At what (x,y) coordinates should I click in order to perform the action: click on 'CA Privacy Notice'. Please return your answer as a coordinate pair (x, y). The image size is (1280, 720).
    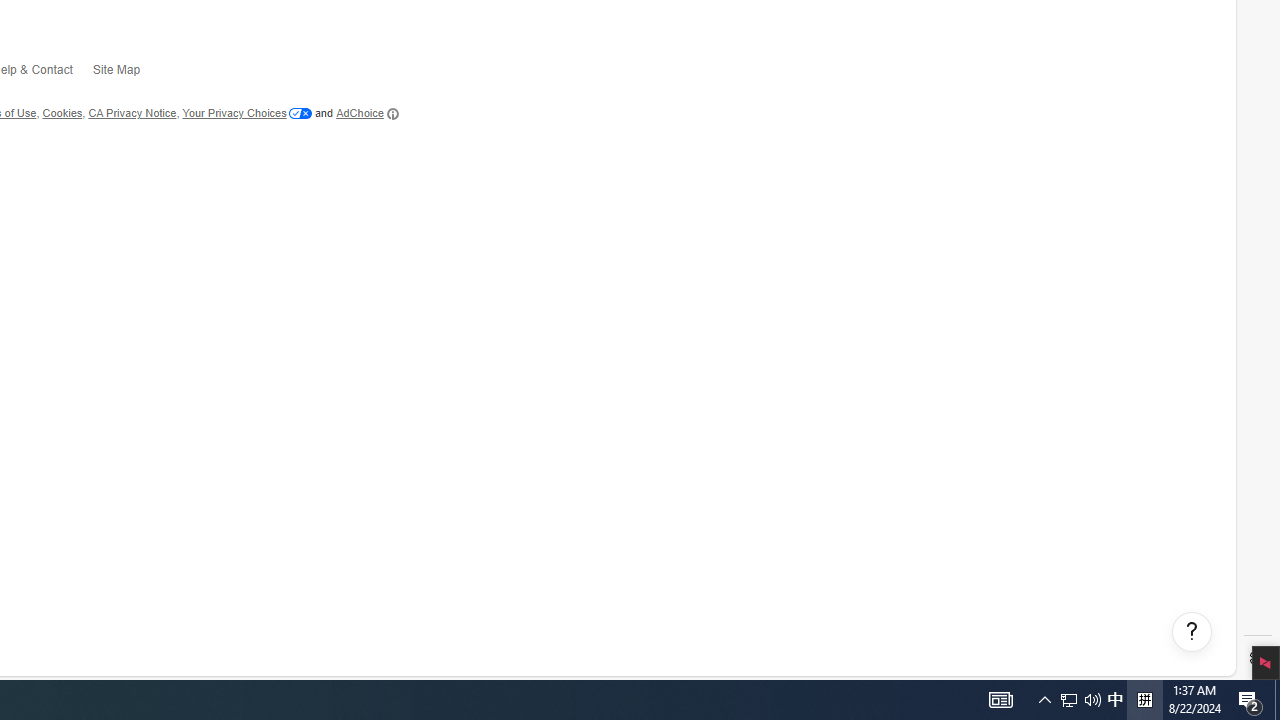
    Looking at the image, I should click on (131, 113).